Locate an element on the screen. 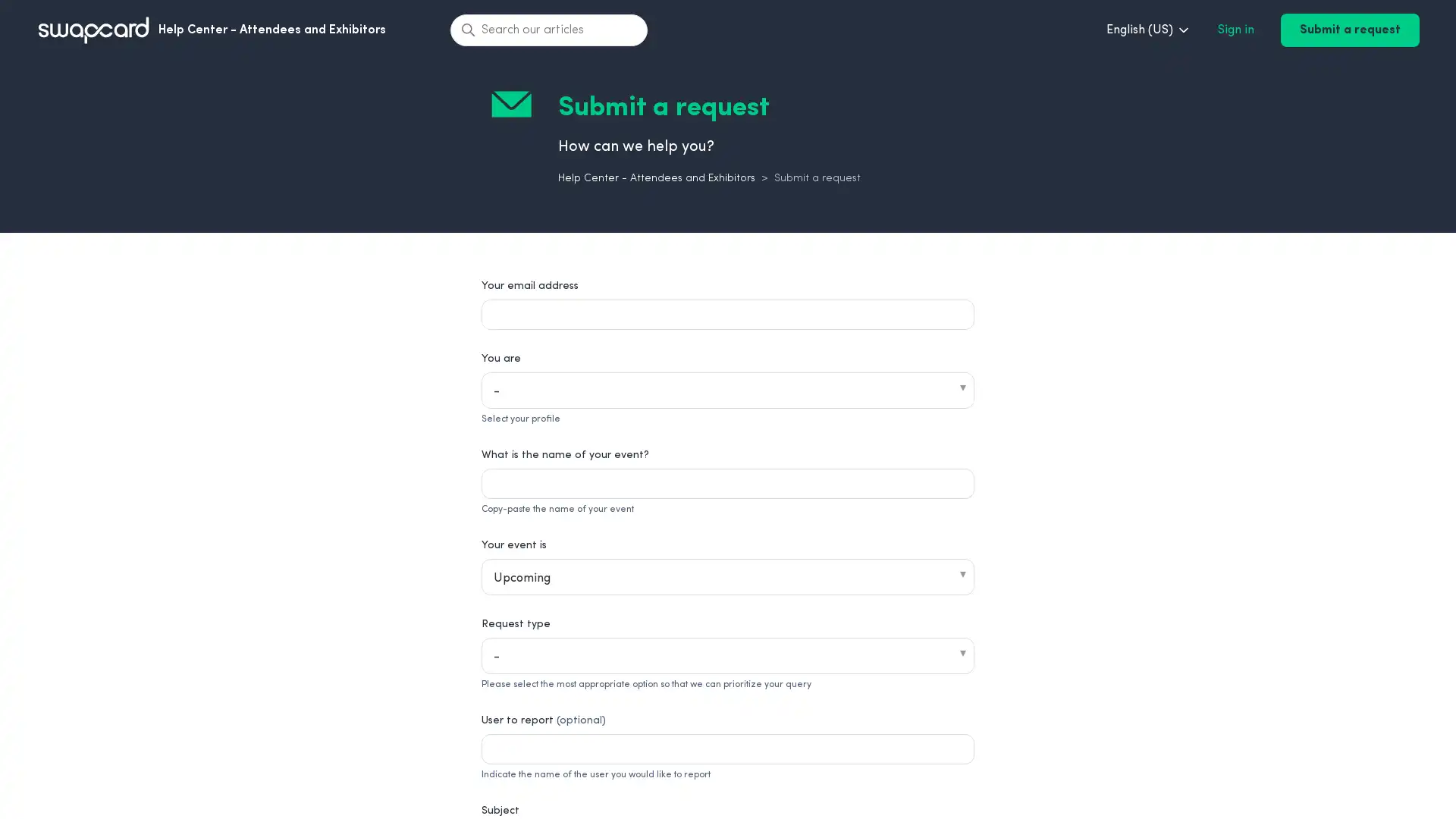 Image resolution: width=1456 pixels, height=819 pixels. Sign in is located at coordinates (1236, 30).